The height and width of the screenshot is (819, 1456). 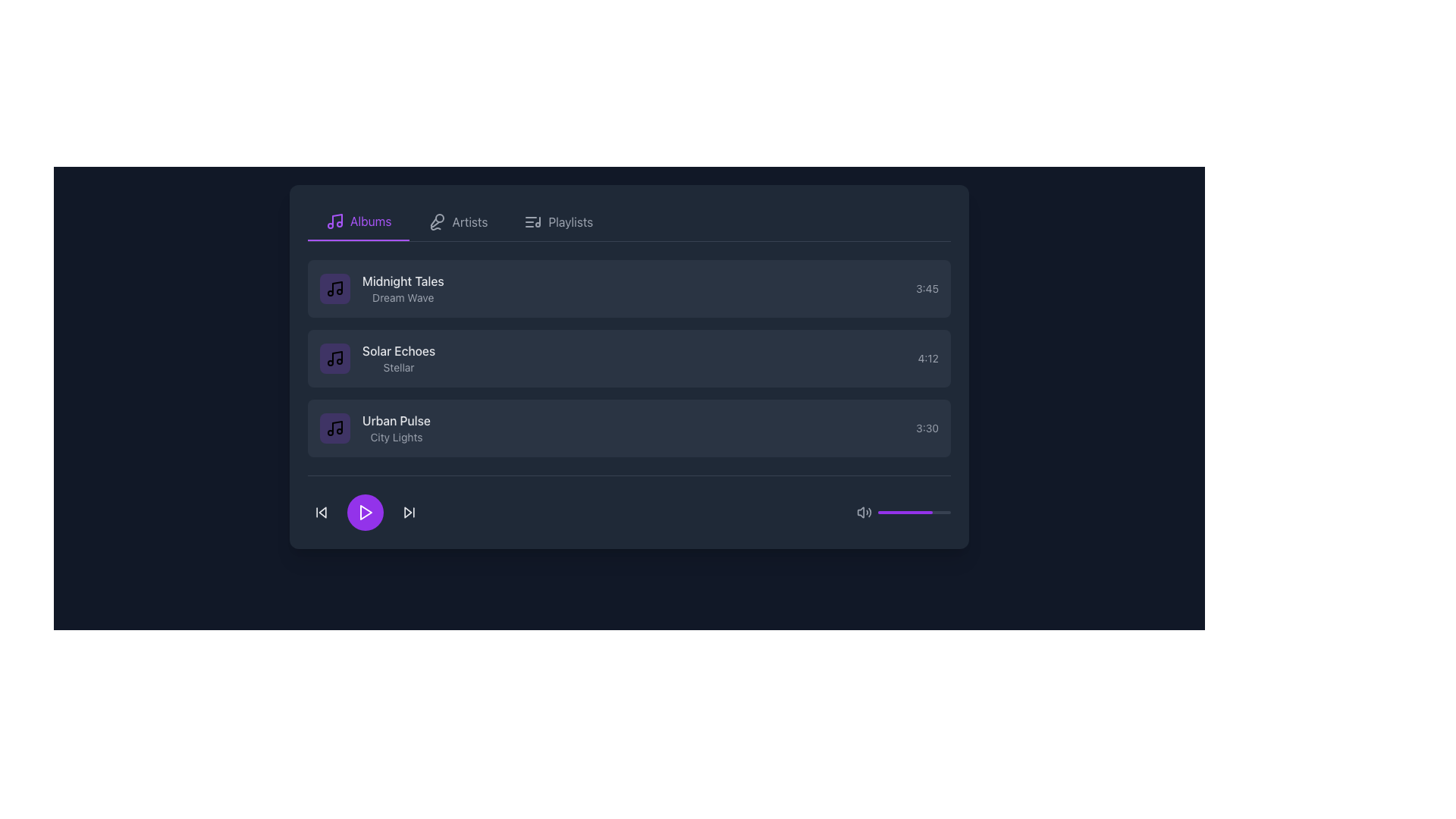 What do you see at coordinates (365, 512) in the screenshot?
I see `the circular play button with a purple background and a white play icon` at bounding box center [365, 512].